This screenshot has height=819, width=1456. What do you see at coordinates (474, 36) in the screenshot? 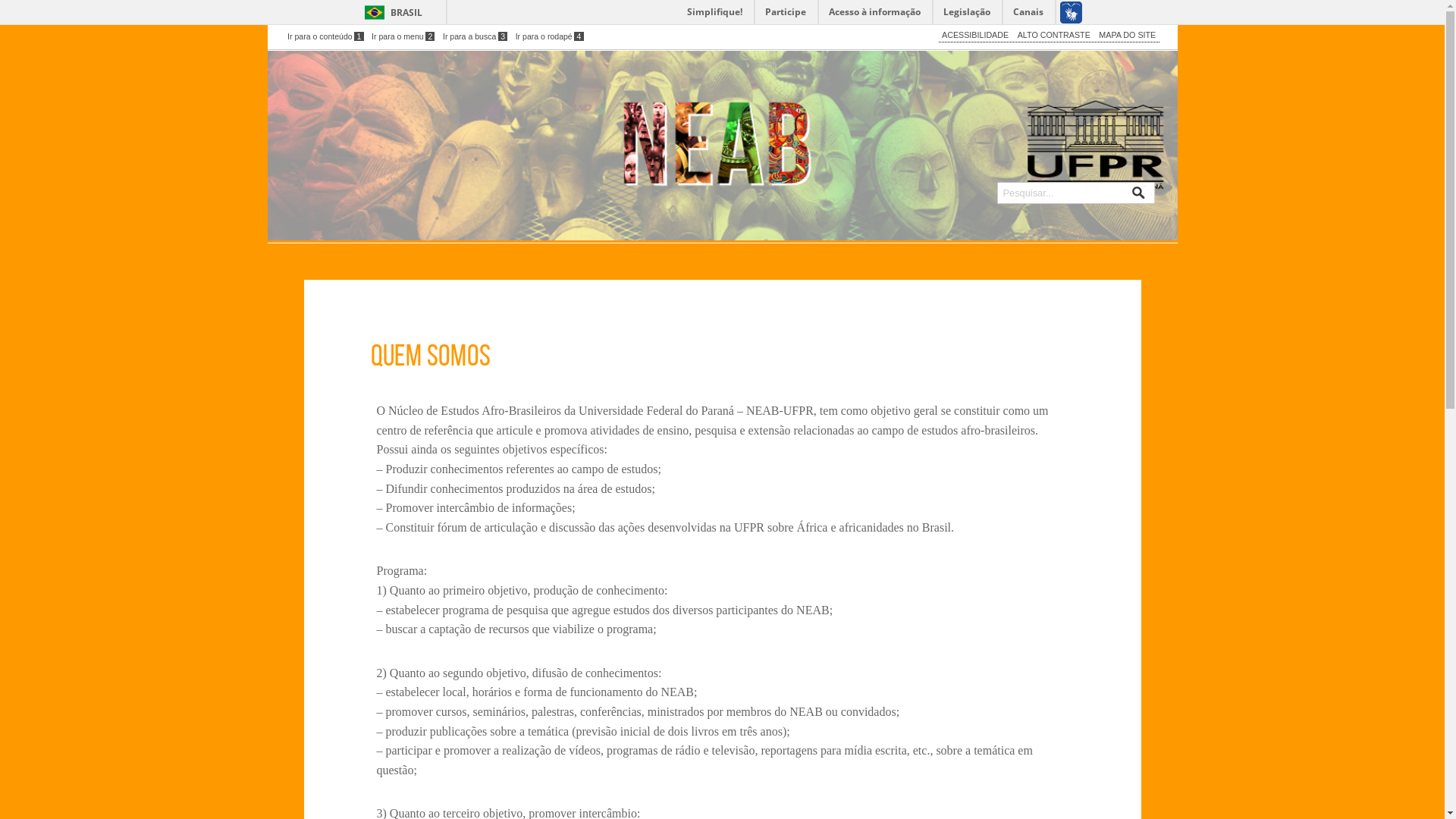
I see `'Ir para a busca3'` at bounding box center [474, 36].